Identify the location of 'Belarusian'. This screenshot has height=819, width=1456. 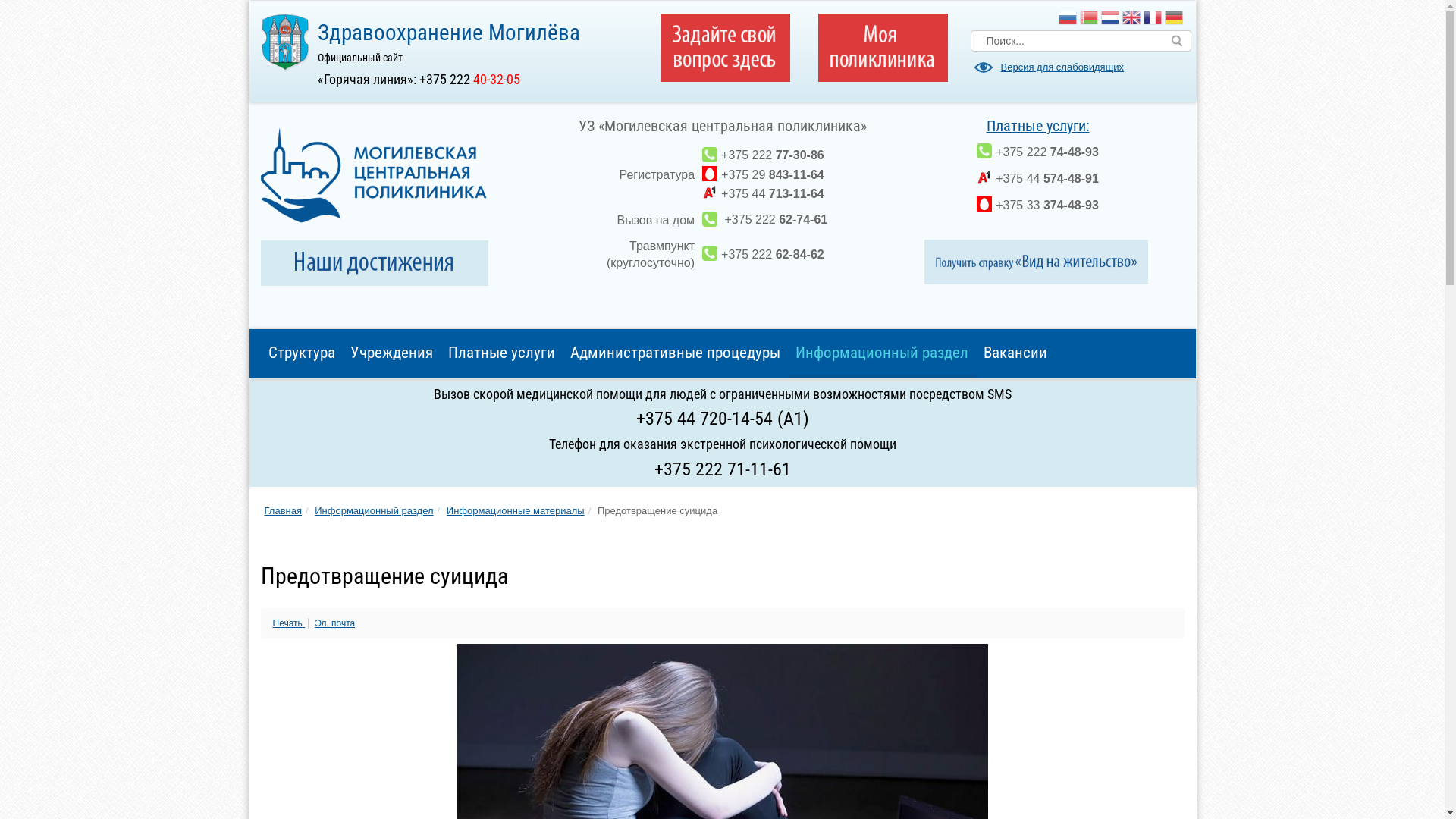
(1087, 17).